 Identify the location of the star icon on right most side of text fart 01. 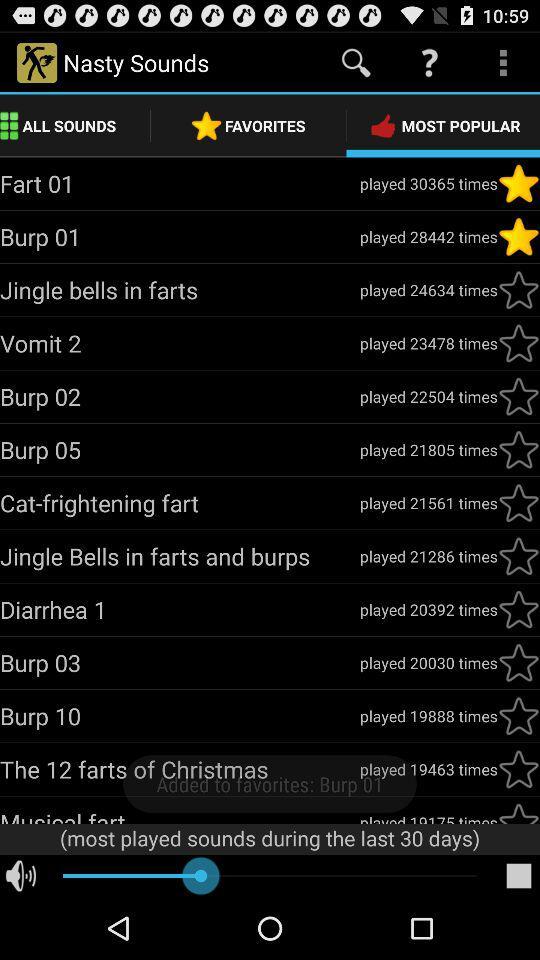
(518, 184).